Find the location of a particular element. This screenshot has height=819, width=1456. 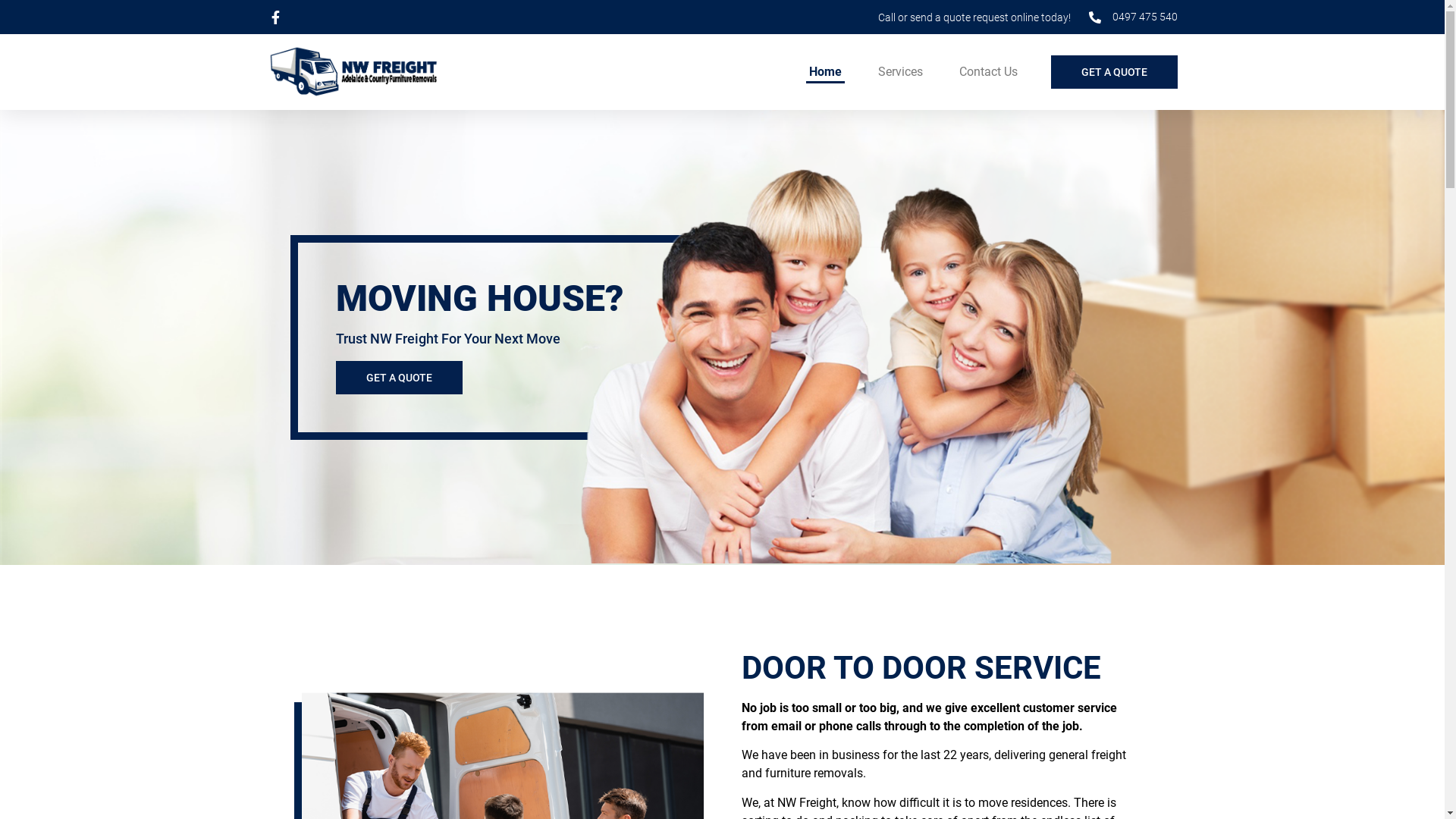

'GET A QUOTE' is located at coordinates (1114, 72).